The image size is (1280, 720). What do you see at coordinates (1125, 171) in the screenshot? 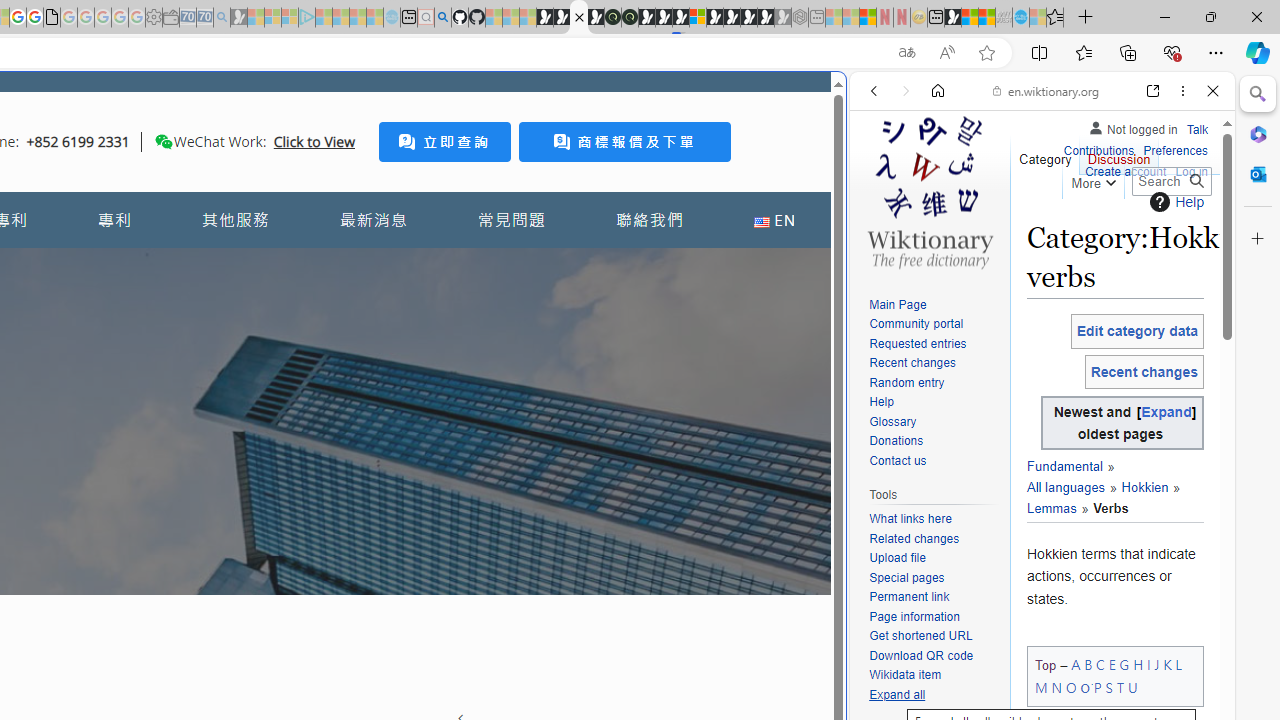
I see `'Create account'` at bounding box center [1125, 171].